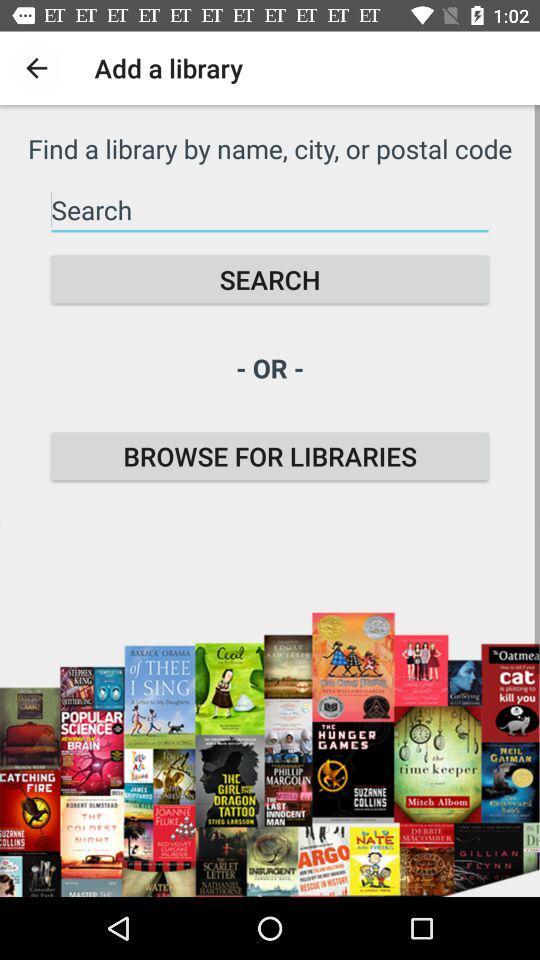 The image size is (540, 960). Describe the element at coordinates (270, 210) in the screenshot. I see `the icon below find a library icon` at that location.